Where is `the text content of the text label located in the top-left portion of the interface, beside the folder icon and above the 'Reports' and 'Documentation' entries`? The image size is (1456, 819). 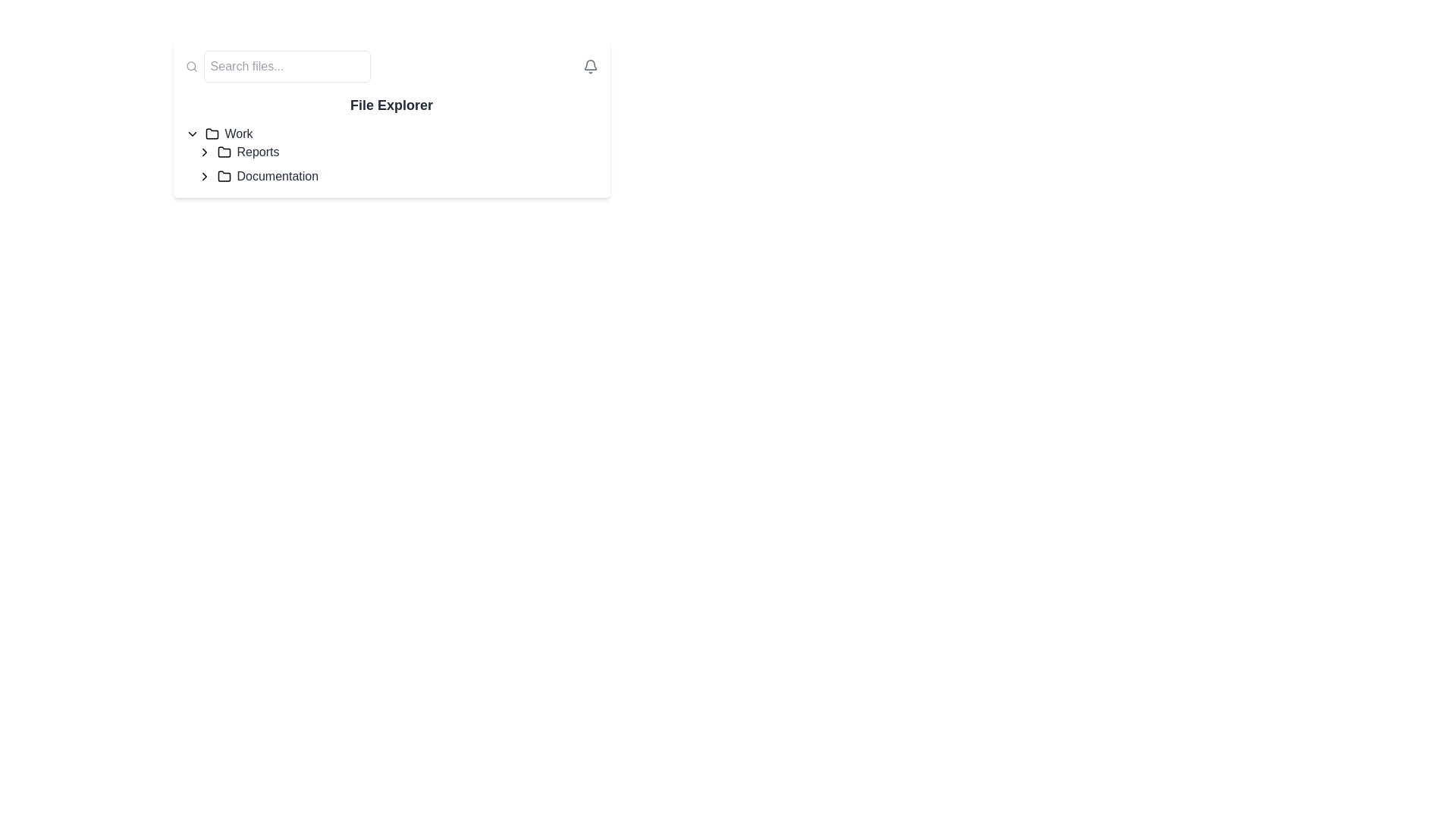
the text content of the text label located in the top-left portion of the interface, beside the folder icon and above the 'Reports' and 'Documentation' entries is located at coordinates (238, 133).